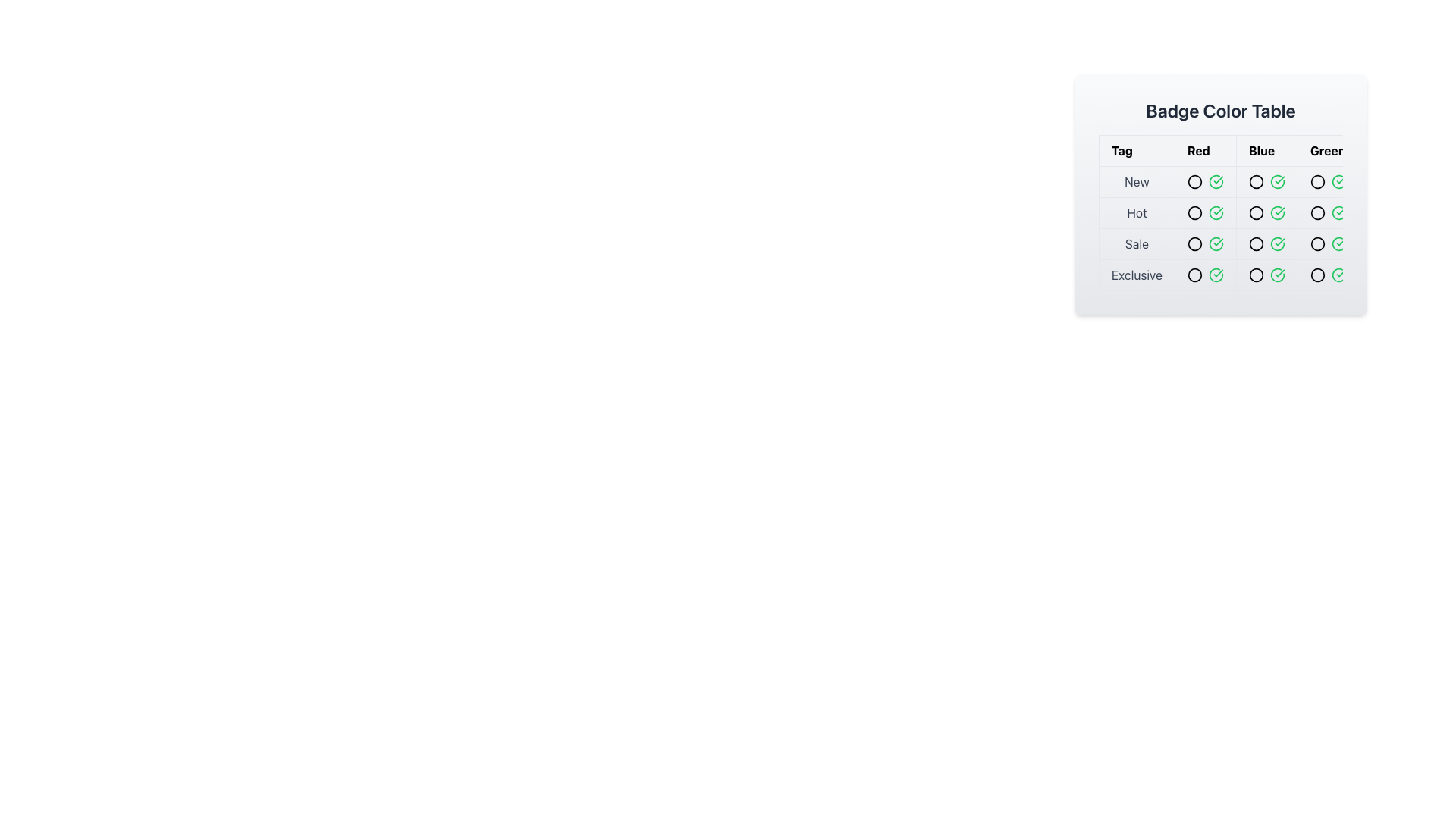 Image resolution: width=1456 pixels, height=819 pixels. What do you see at coordinates (1266, 151) in the screenshot?
I see `the Table Header Cell displaying the text 'Blue' which is bold and centrally positioned within a white rectangular background, located in the header row of the Badge Color Table` at bounding box center [1266, 151].